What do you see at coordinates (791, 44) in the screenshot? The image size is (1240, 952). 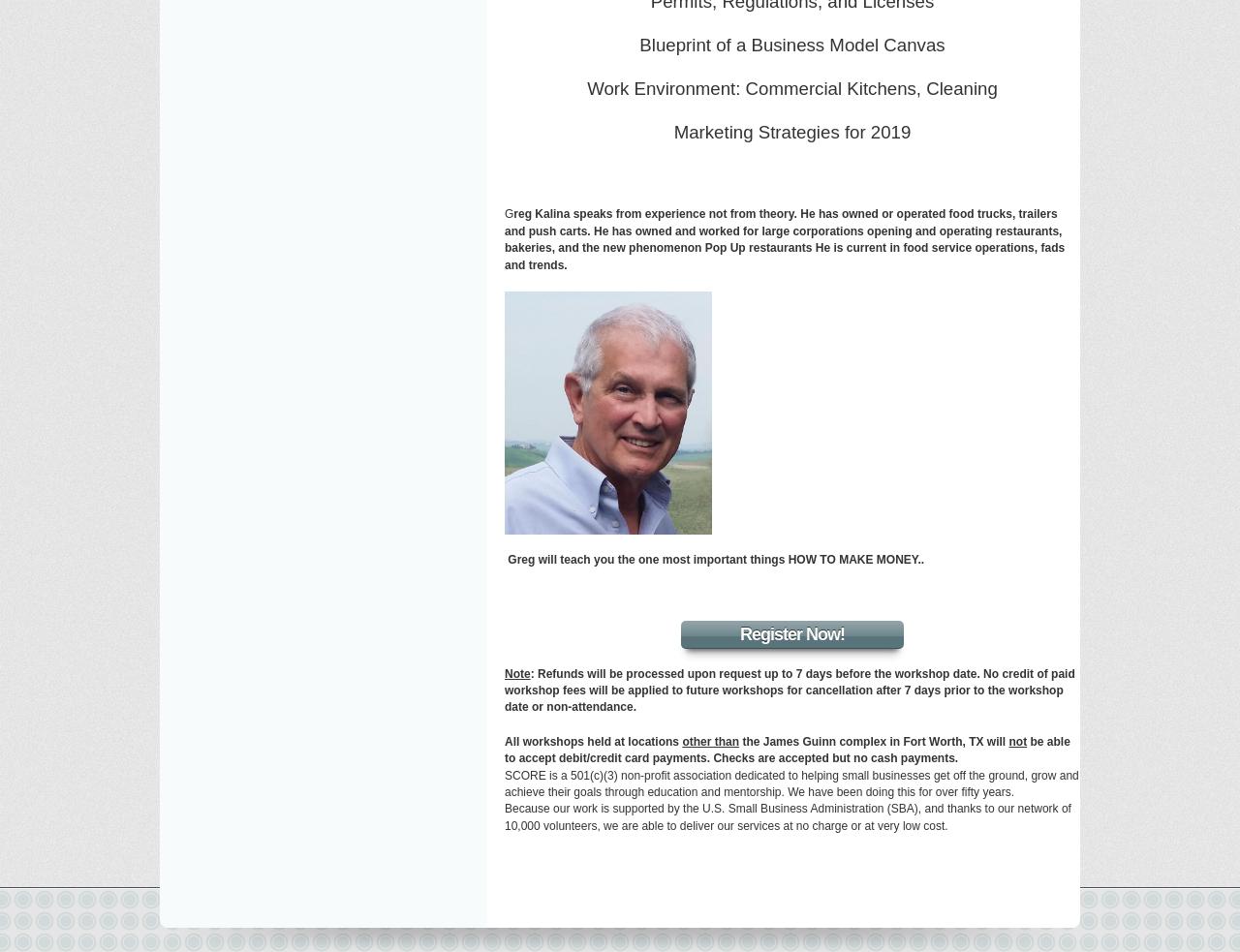 I see `'Blueprint of a Business Model Canvas'` at bounding box center [791, 44].